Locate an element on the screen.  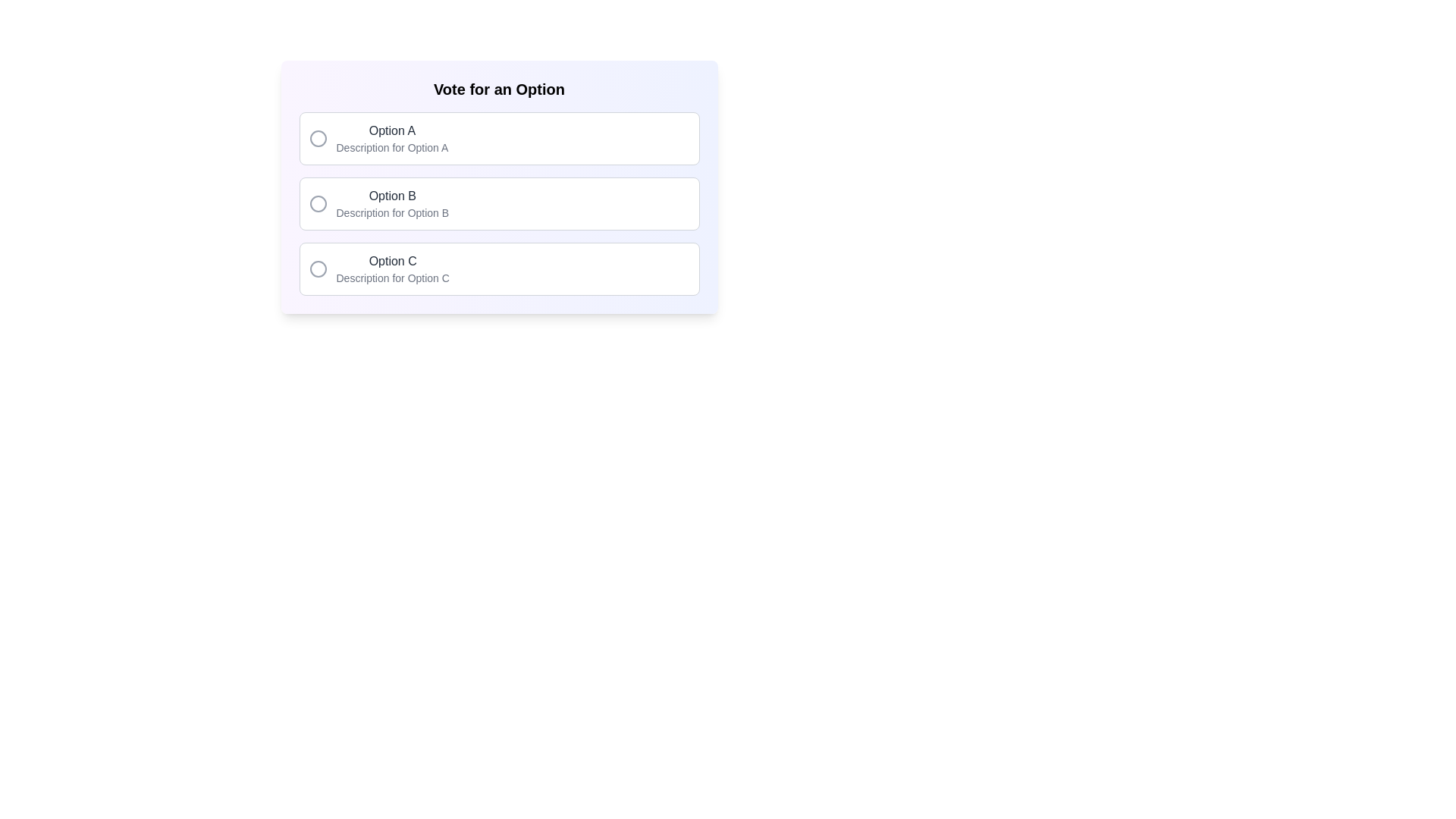
the descriptive label for 'Option B', which provides additional information about this selectable choice in the user interface is located at coordinates (392, 203).